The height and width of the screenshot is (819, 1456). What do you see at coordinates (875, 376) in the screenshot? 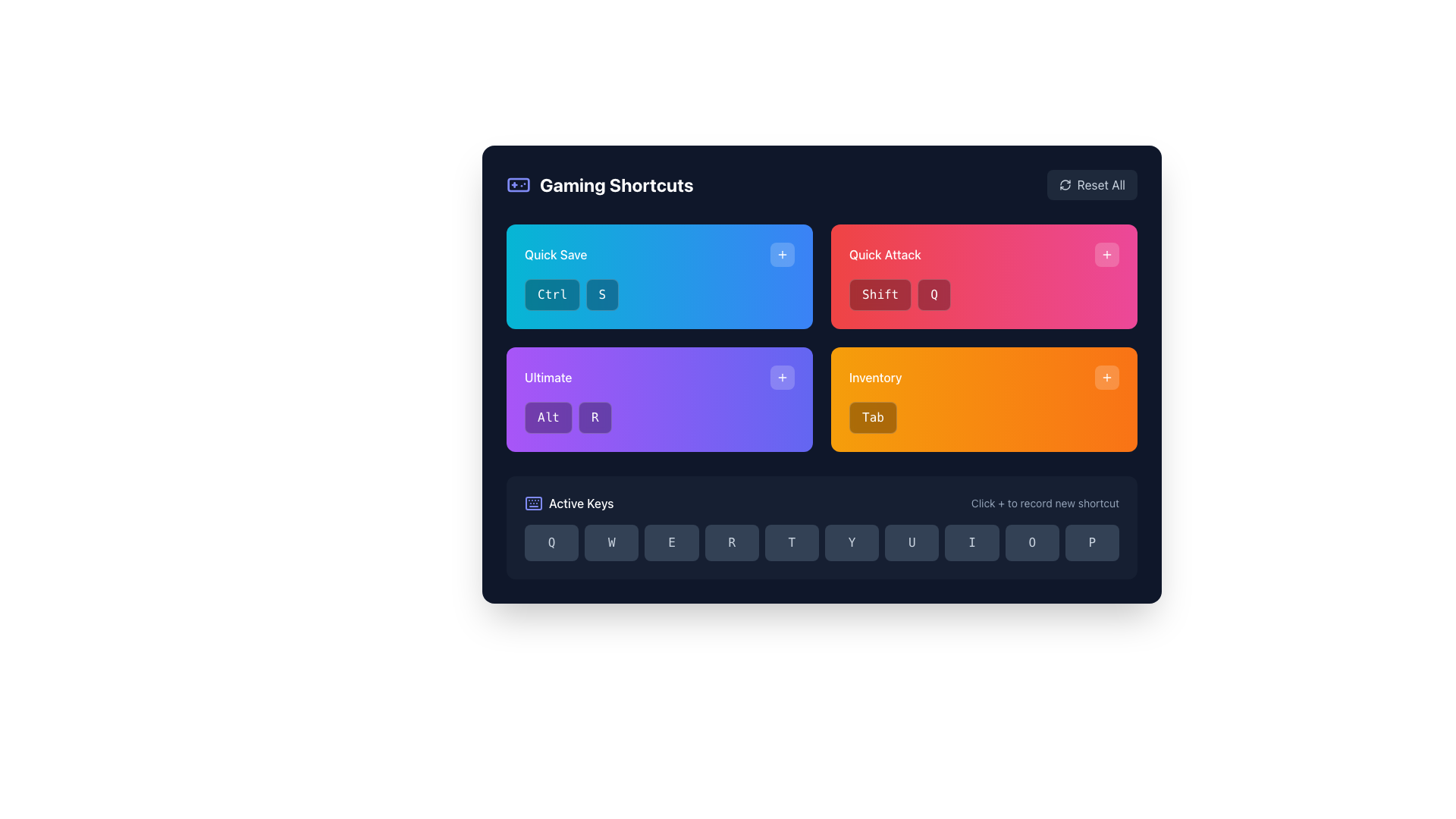
I see `the label indicating the function associated with the 'Tab' key and the '+' button for adding or configuring shortcuts, located in the bottom-right quadrant of the interface` at bounding box center [875, 376].